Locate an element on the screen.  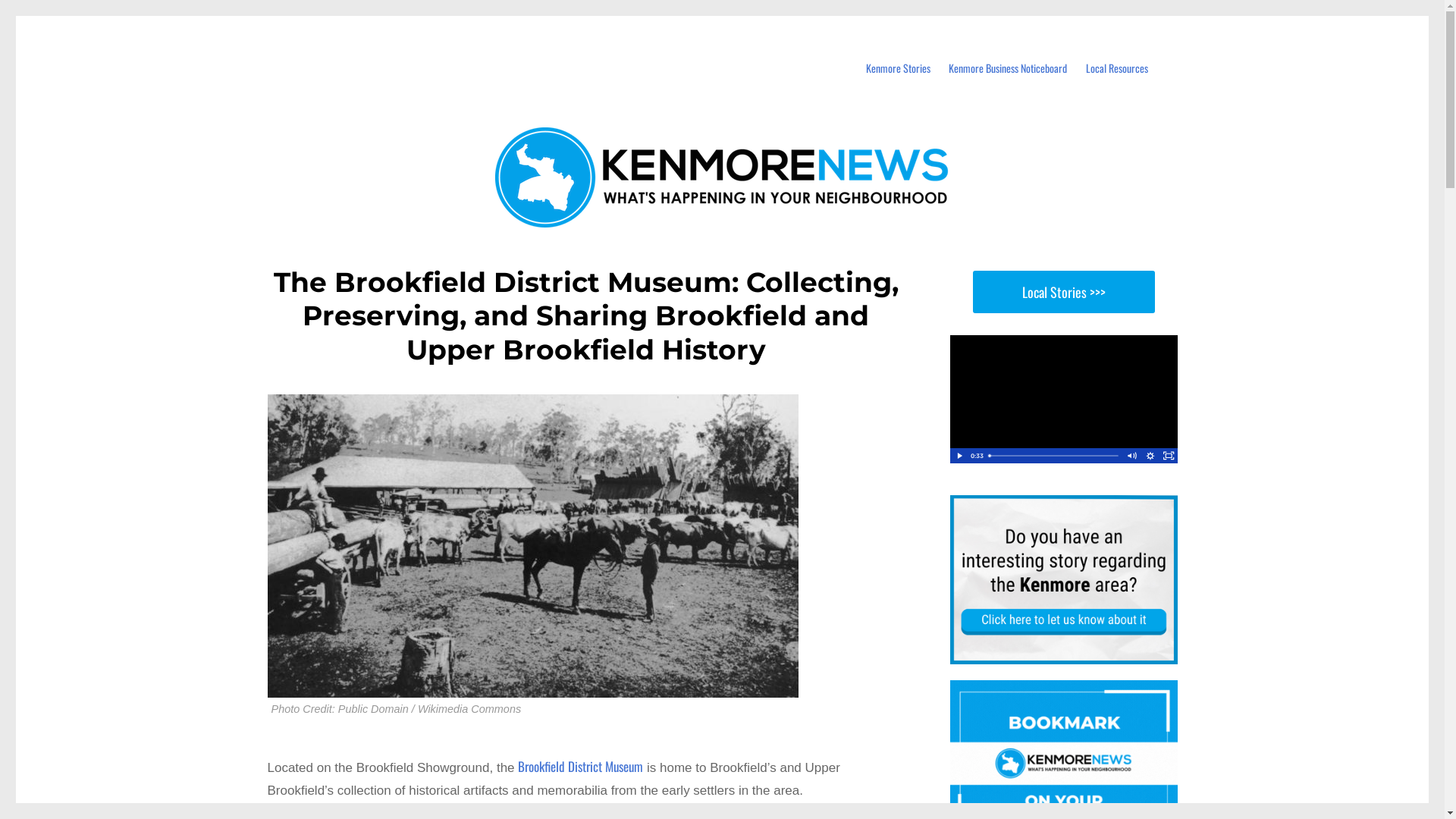
'Kenmore Stories' is located at coordinates (898, 68).